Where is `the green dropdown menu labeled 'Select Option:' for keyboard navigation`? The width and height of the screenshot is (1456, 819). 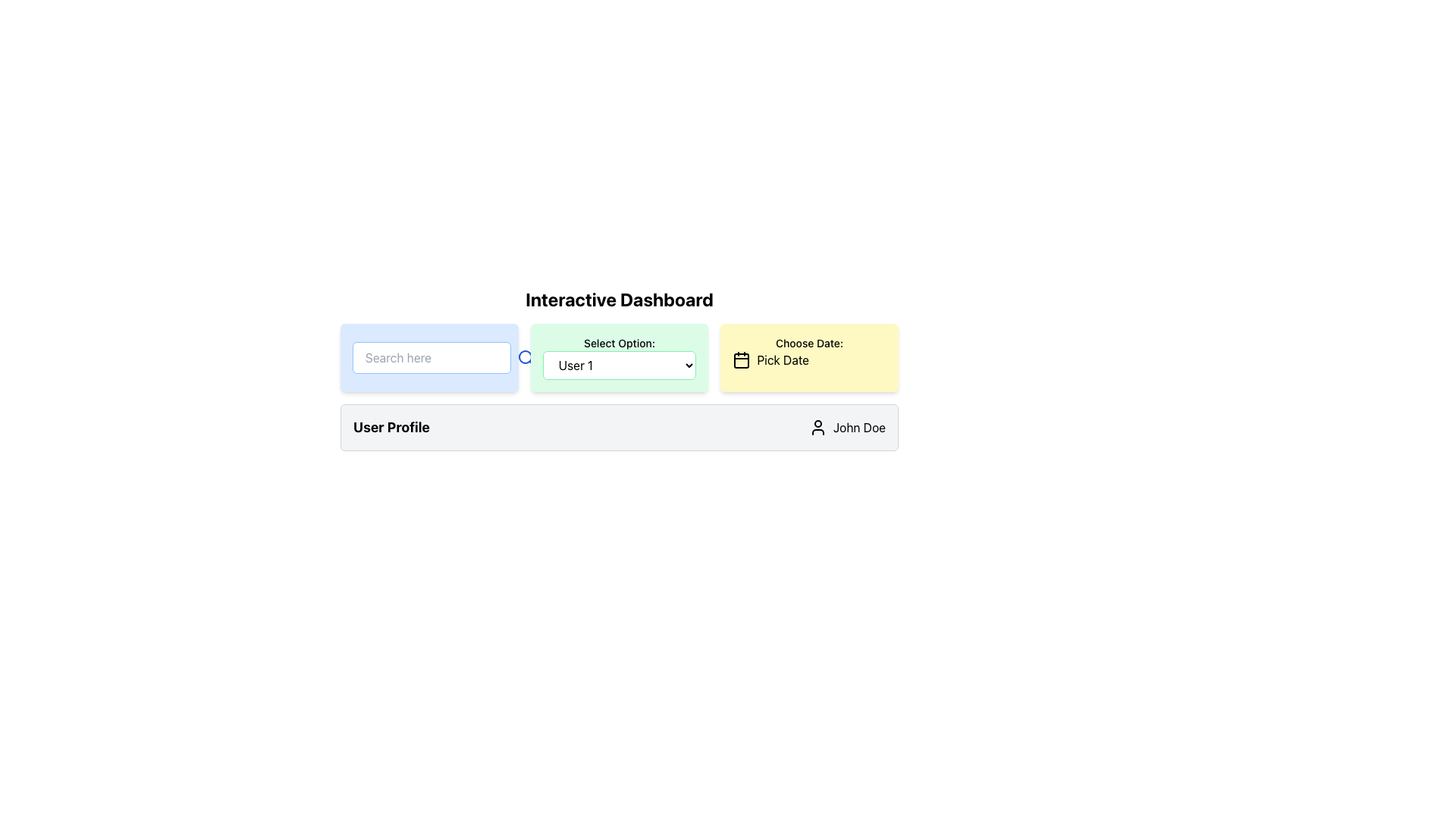 the green dropdown menu labeled 'Select Option:' for keyboard navigation is located at coordinates (619, 386).